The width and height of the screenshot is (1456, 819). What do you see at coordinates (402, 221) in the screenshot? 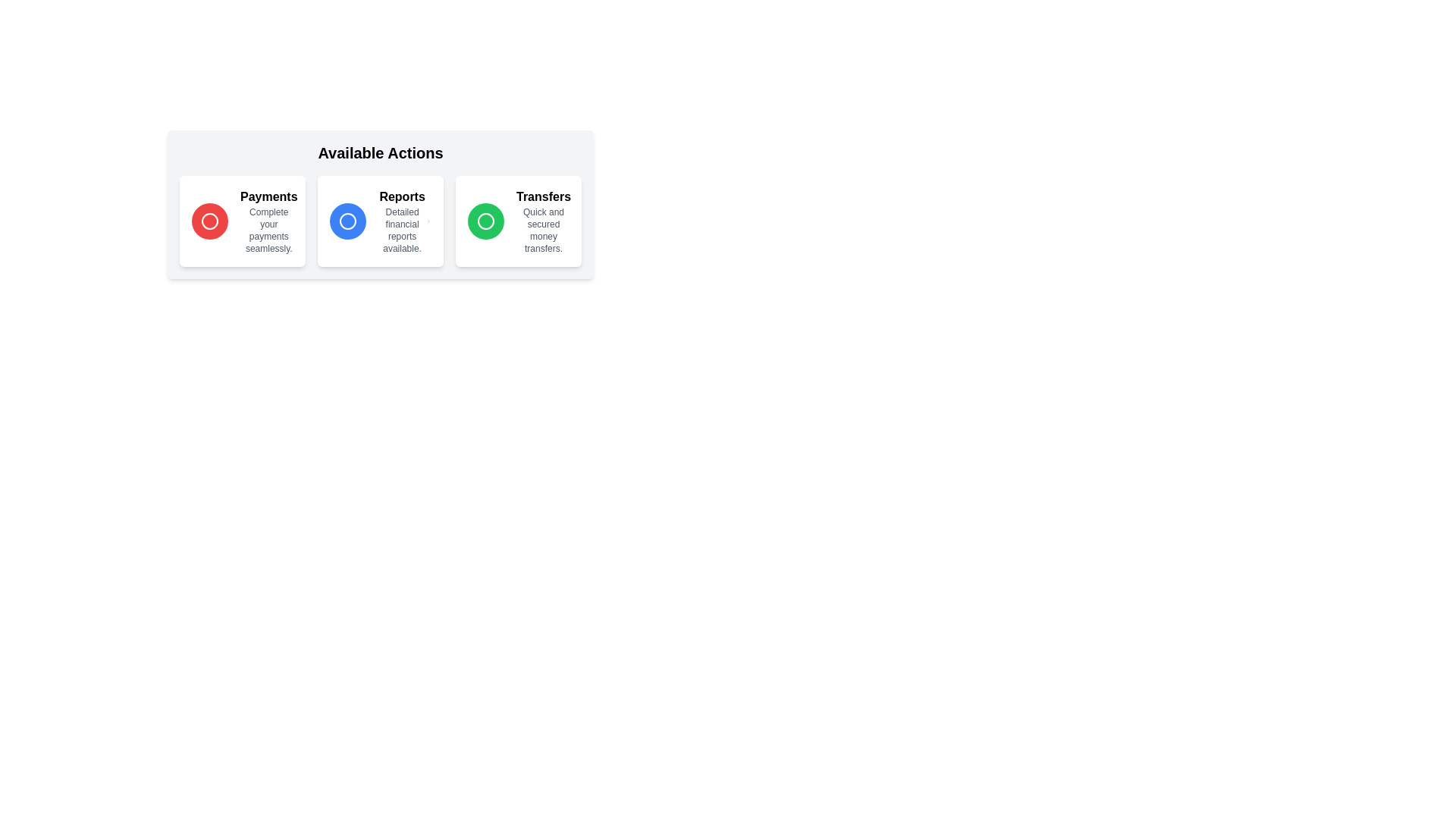
I see `text display block titled 'Reports' which shows detailed financial reports available, located in the middle card of the three under 'Available Actions'` at bounding box center [402, 221].